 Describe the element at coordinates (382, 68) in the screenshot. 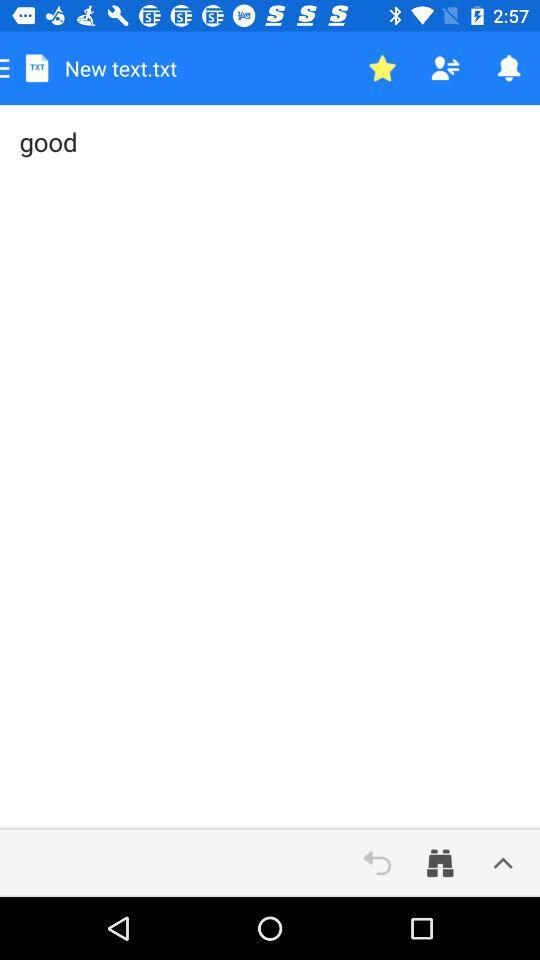

I see `the item to the right of the new text.txt item` at that location.